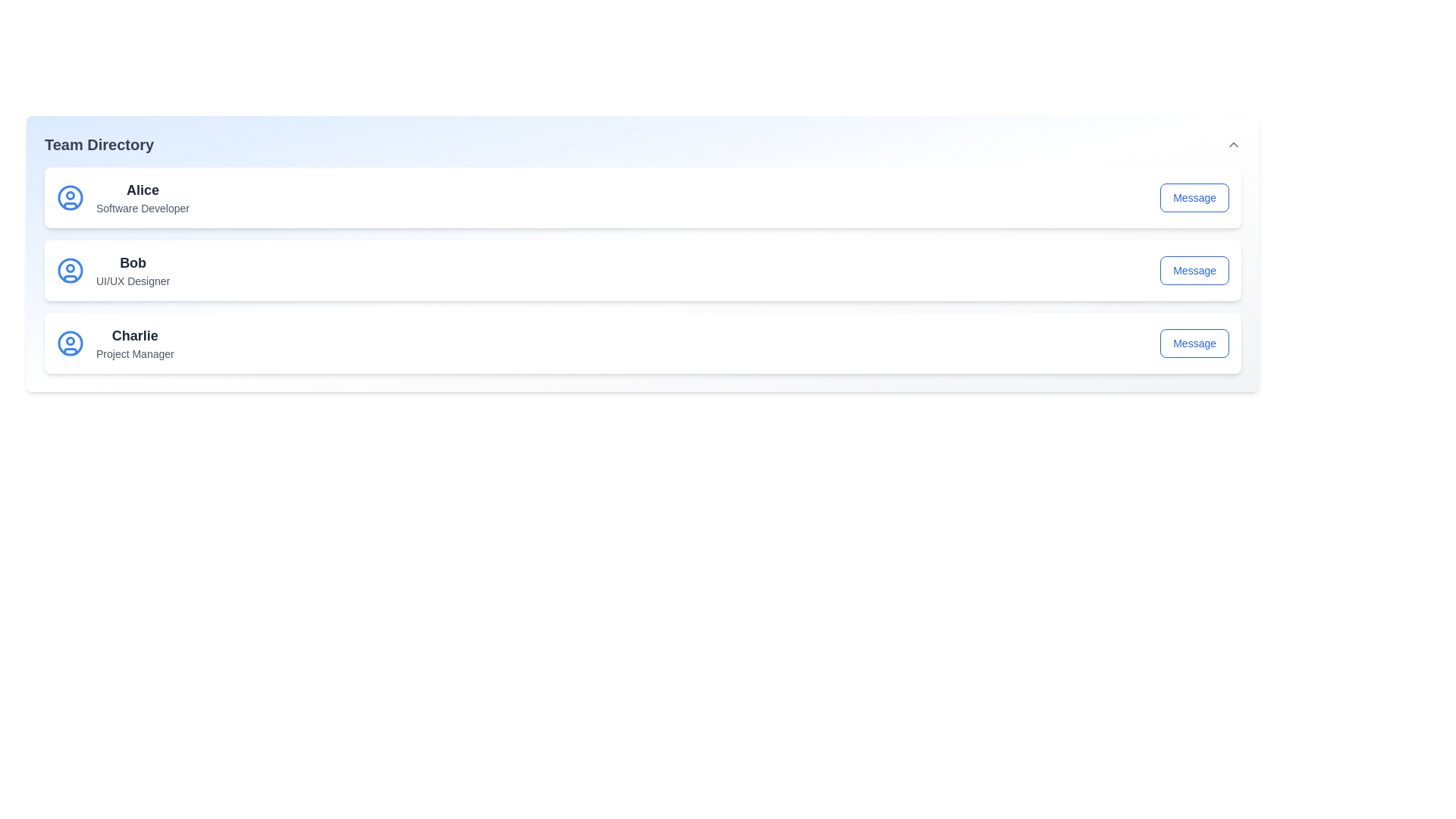 The height and width of the screenshot is (819, 1456). What do you see at coordinates (133, 270) in the screenshot?
I see `the text block displaying 'Bob, UI/UX Designer', which is the second profile entry in the list, located beneath 'Alice, Software Developer' and above 'Charlie, Project Manager'` at bounding box center [133, 270].